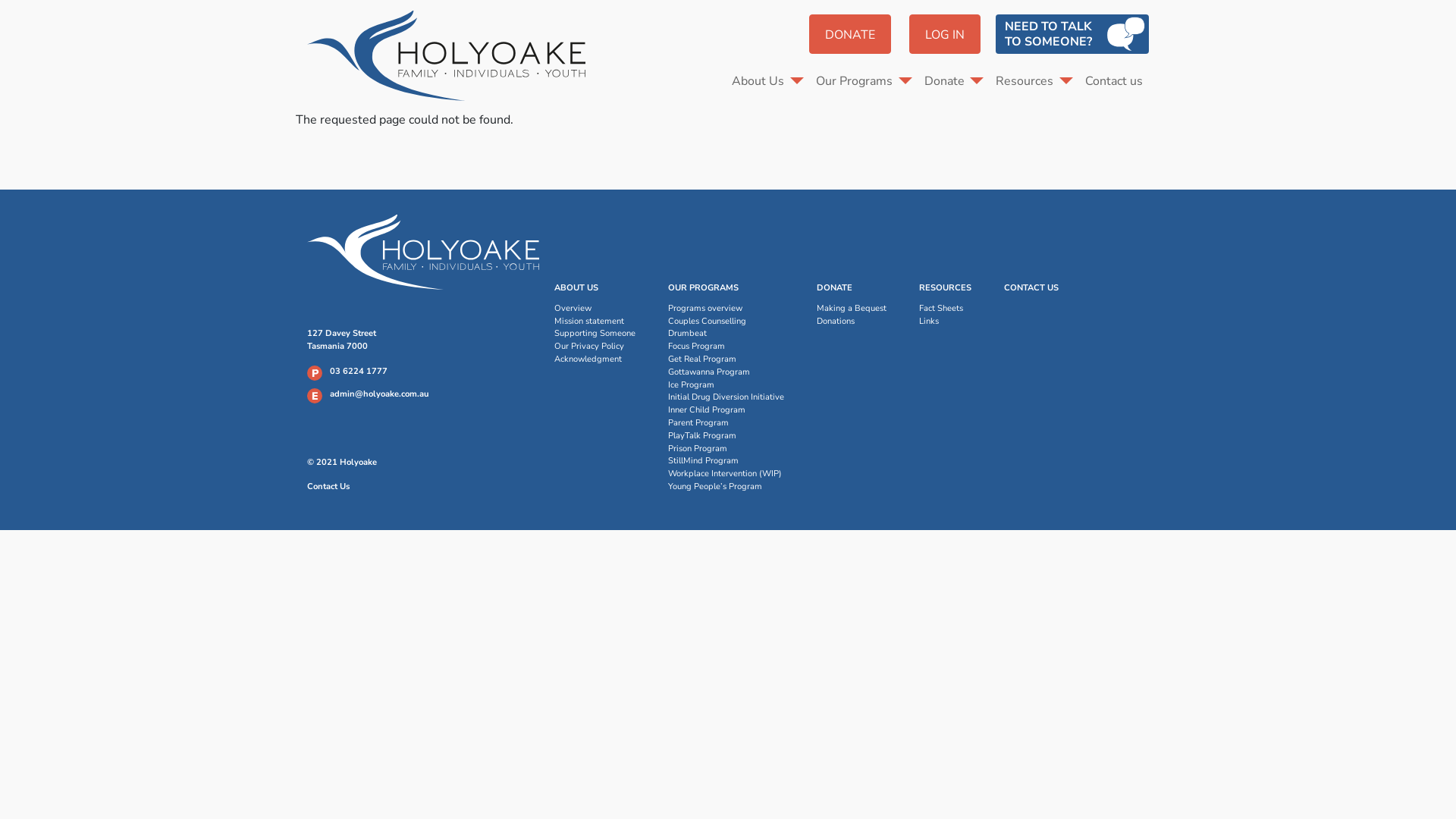  What do you see at coordinates (725, 448) in the screenshot?
I see `'Prison Program'` at bounding box center [725, 448].